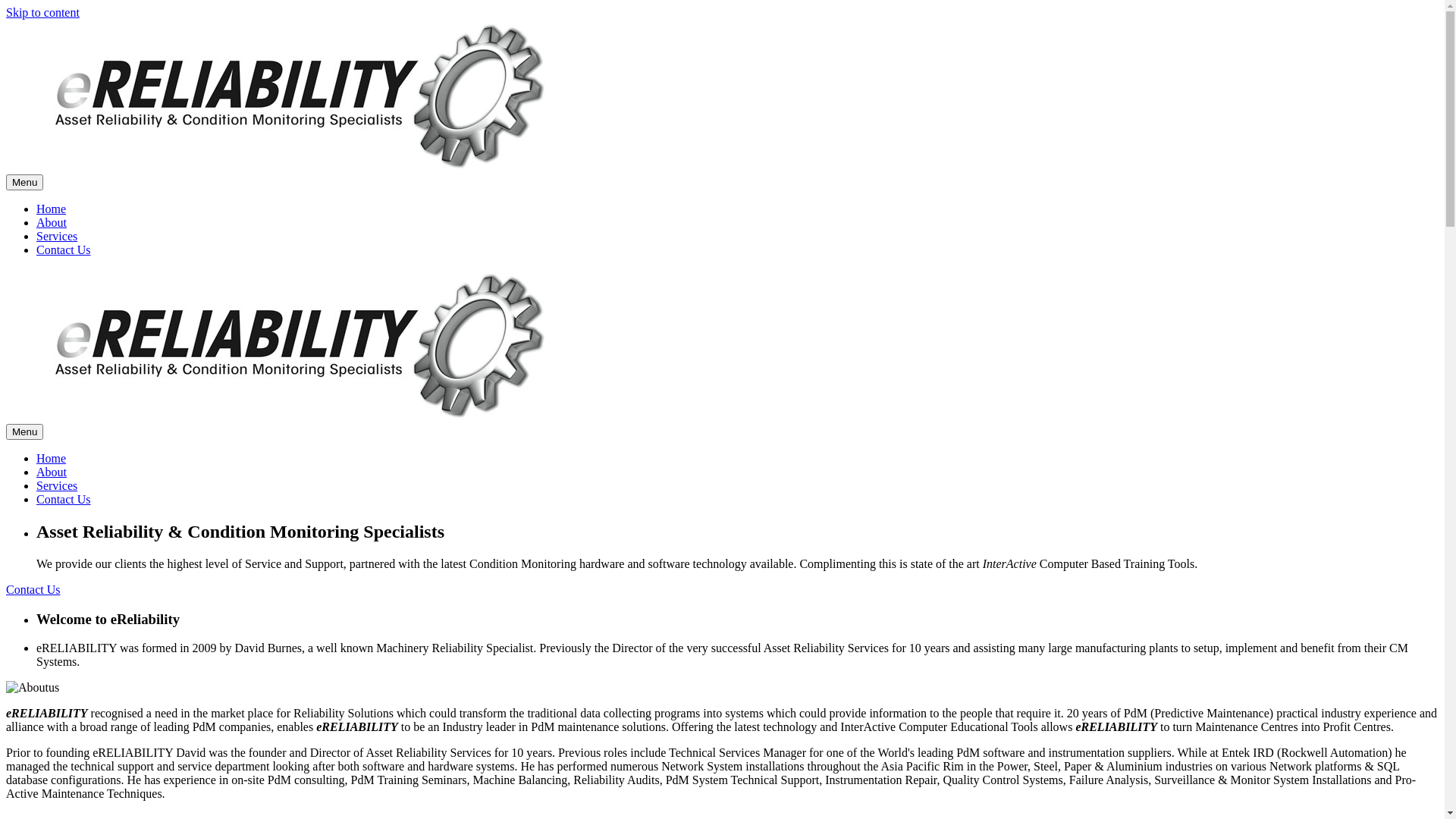 The image size is (1456, 819). Describe the element at coordinates (6, 181) in the screenshot. I see `'Menu'` at that location.